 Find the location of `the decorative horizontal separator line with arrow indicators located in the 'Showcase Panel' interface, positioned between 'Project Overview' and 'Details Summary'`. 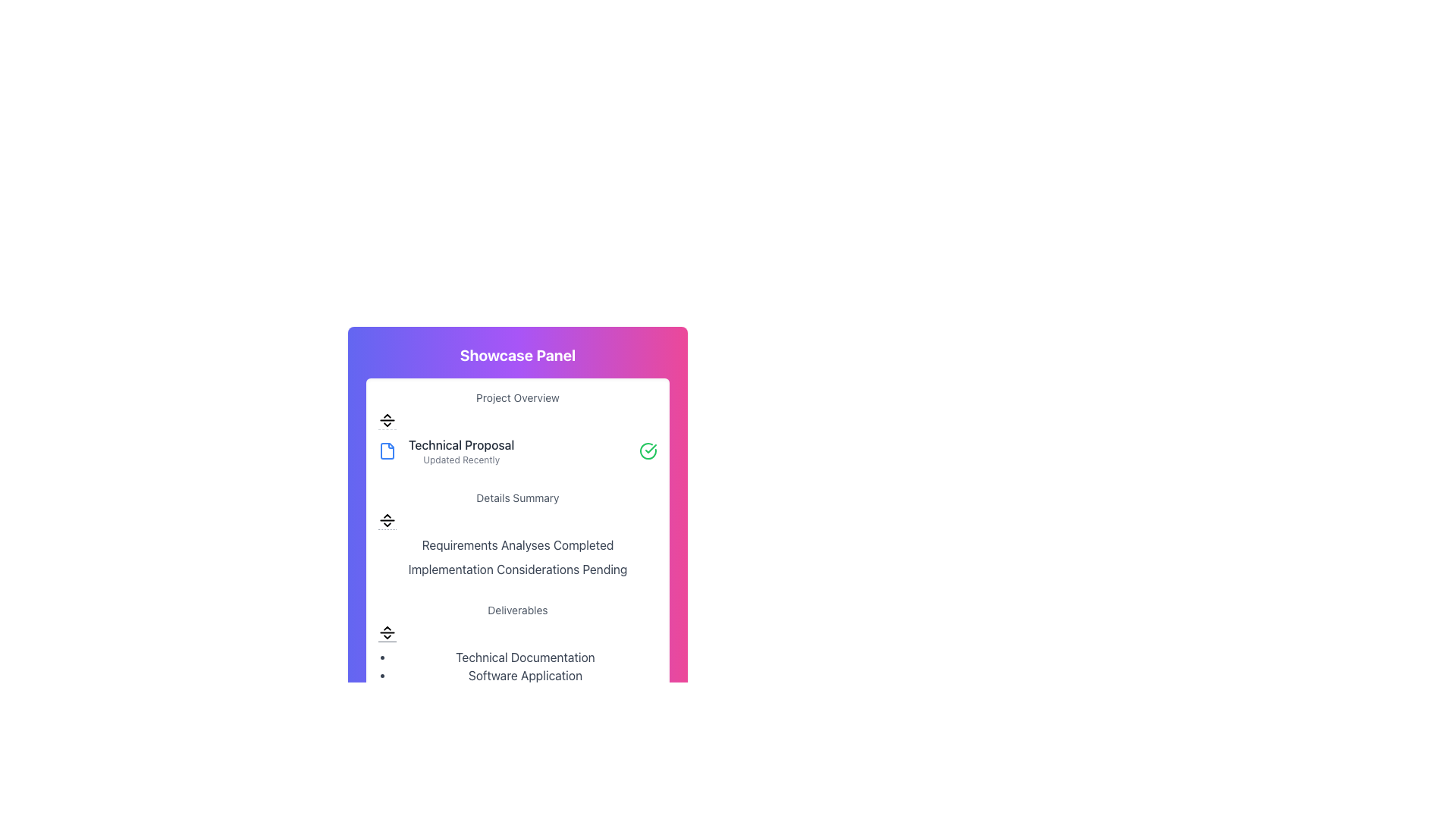

the decorative horizontal separator line with arrow indicators located in the 'Showcase Panel' interface, positioned between 'Project Overview' and 'Details Summary' is located at coordinates (387, 421).